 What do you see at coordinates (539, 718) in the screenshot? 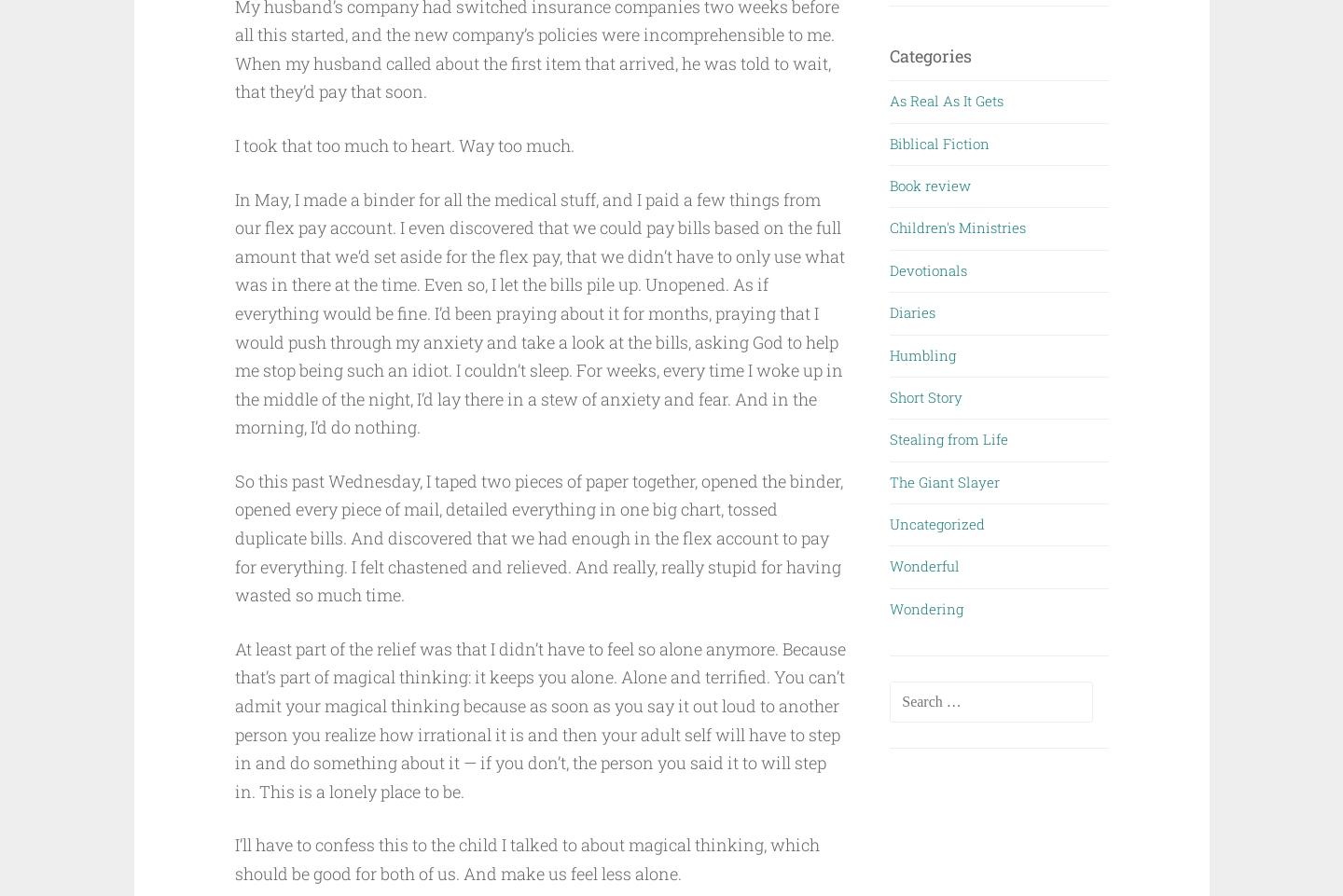
I see `'At least part of the relief was that I didn’t have to feel so alone anymore. Because that’s part of magical thinking: it keeps you alone. Alone and terrified. You can’t admit your magical thinking because as soon as you say it out loud to another person you realize how irrational it is and then your adult self will have to step in and do something about it — if you don’t, the person you said it to will step in. This is a lonely place to be.'` at bounding box center [539, 718].